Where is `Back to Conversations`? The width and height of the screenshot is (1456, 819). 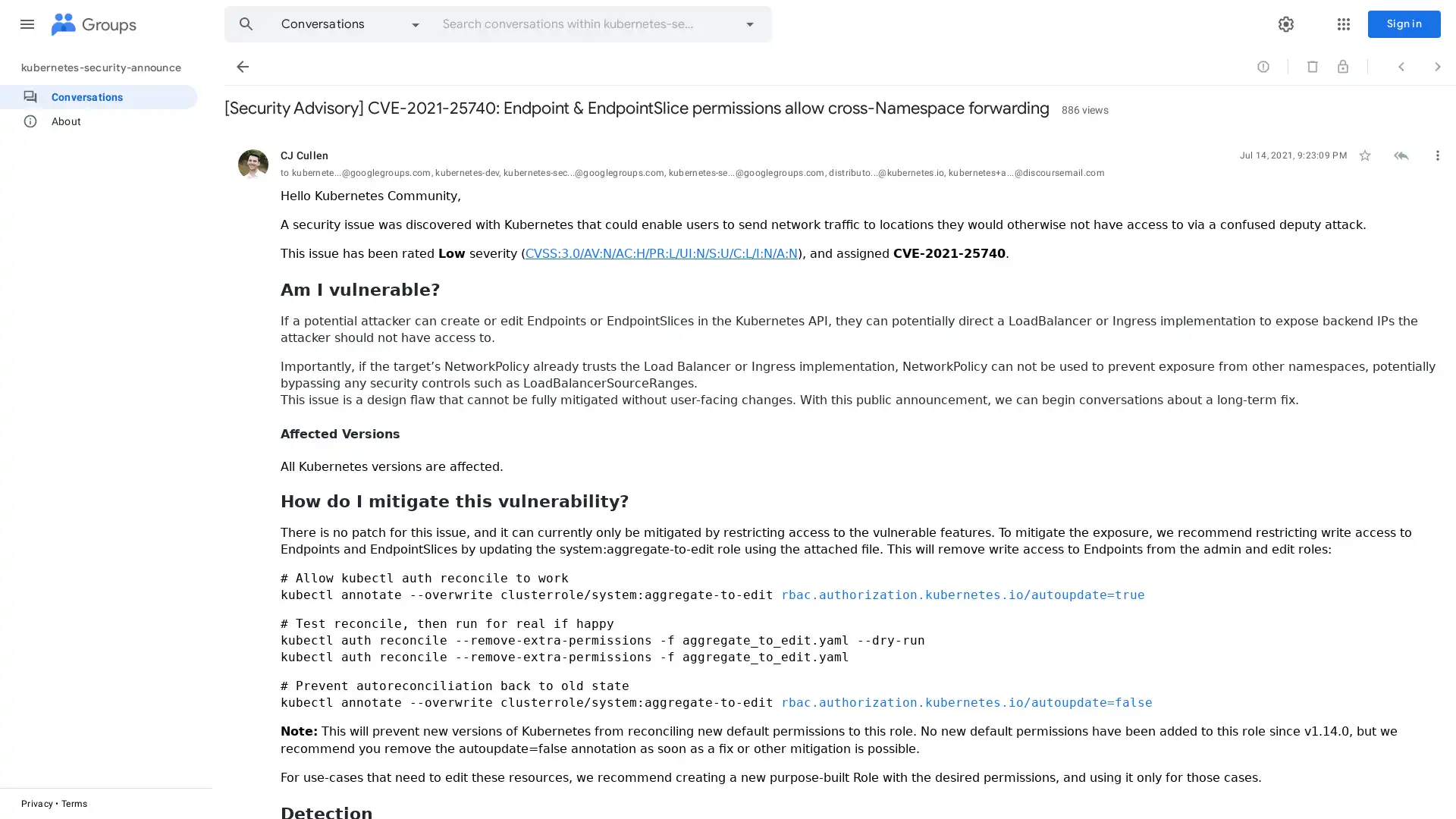 Back to Conversations is located at coordinates (243, 66).